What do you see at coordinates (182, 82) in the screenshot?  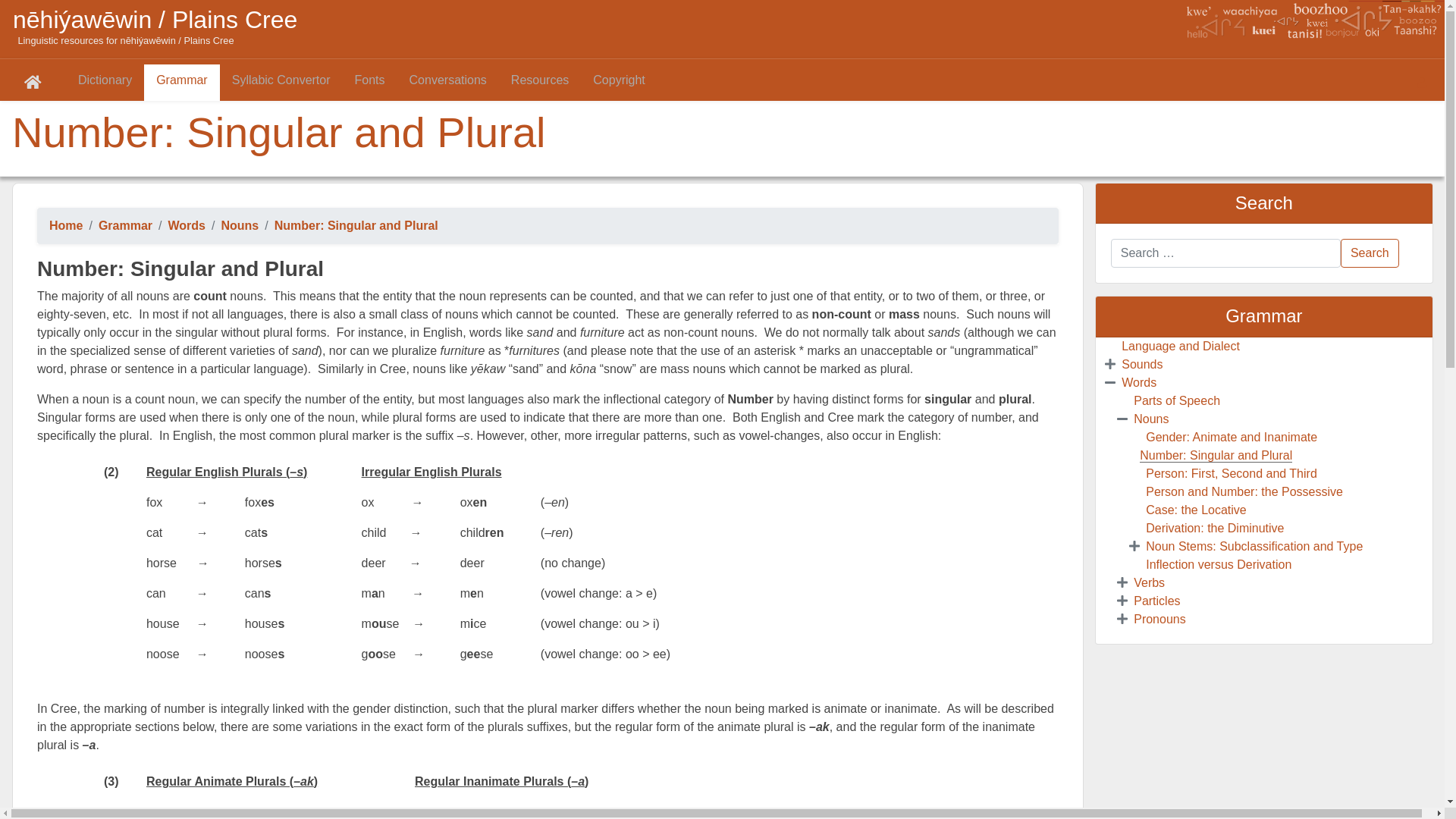 I see `'Grammar'` at bounding box center [182, 82].